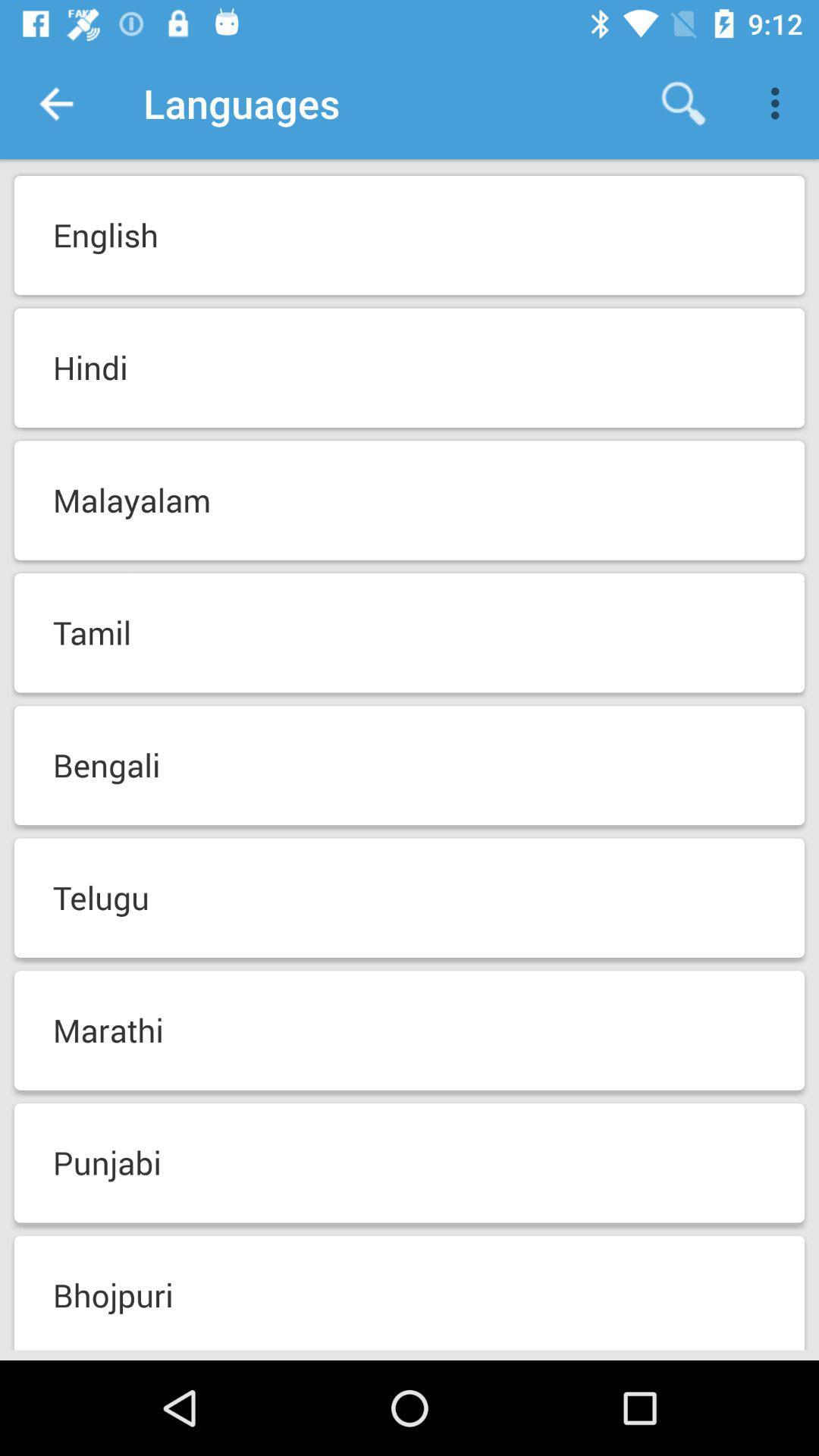 The height and width of the screenshot is (1456, 819). Describe the element at coordinates (683, 102) in the screenshot. I see `item above the english item` at that location.